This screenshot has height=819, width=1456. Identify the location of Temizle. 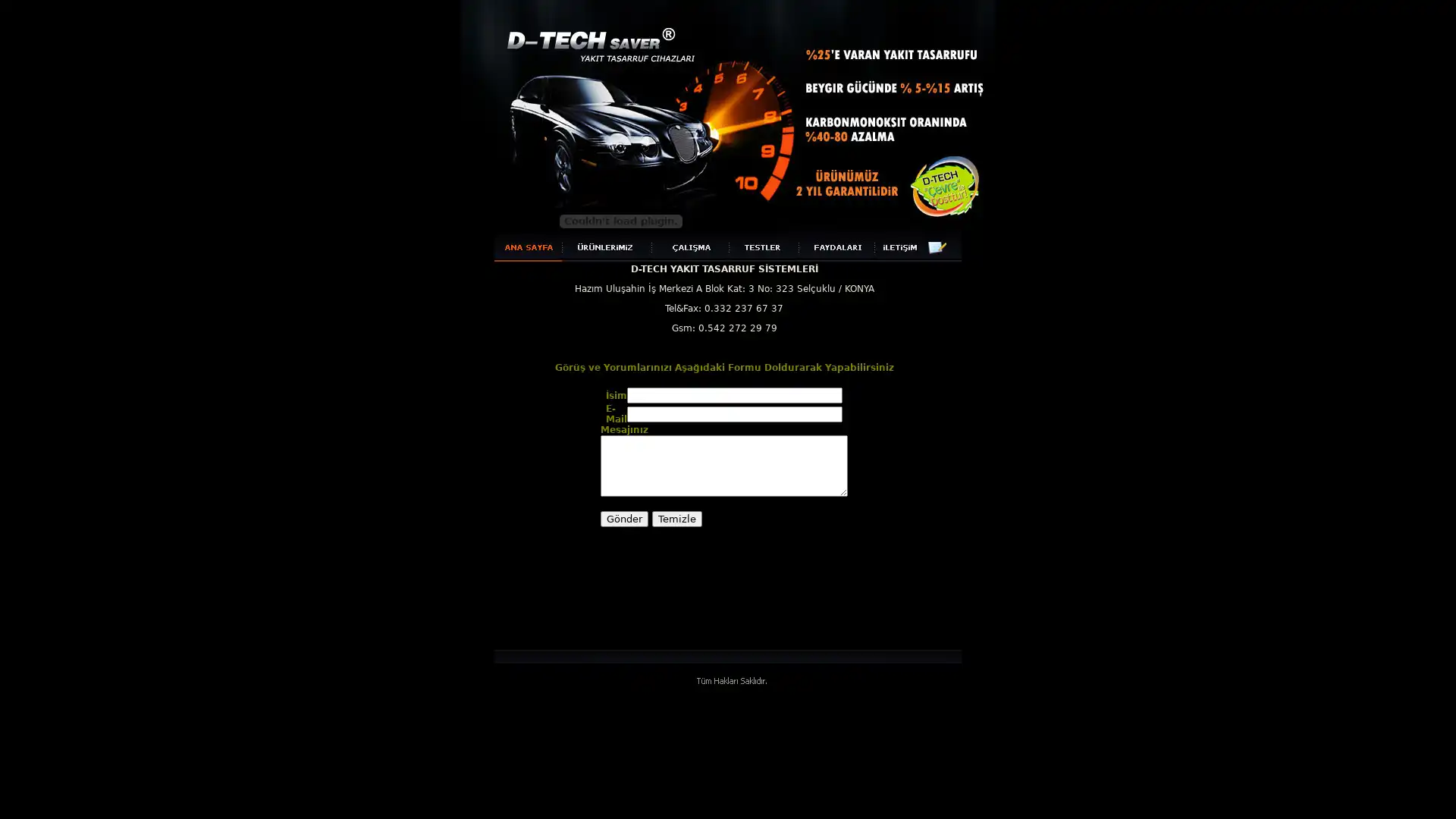
(676, 518).